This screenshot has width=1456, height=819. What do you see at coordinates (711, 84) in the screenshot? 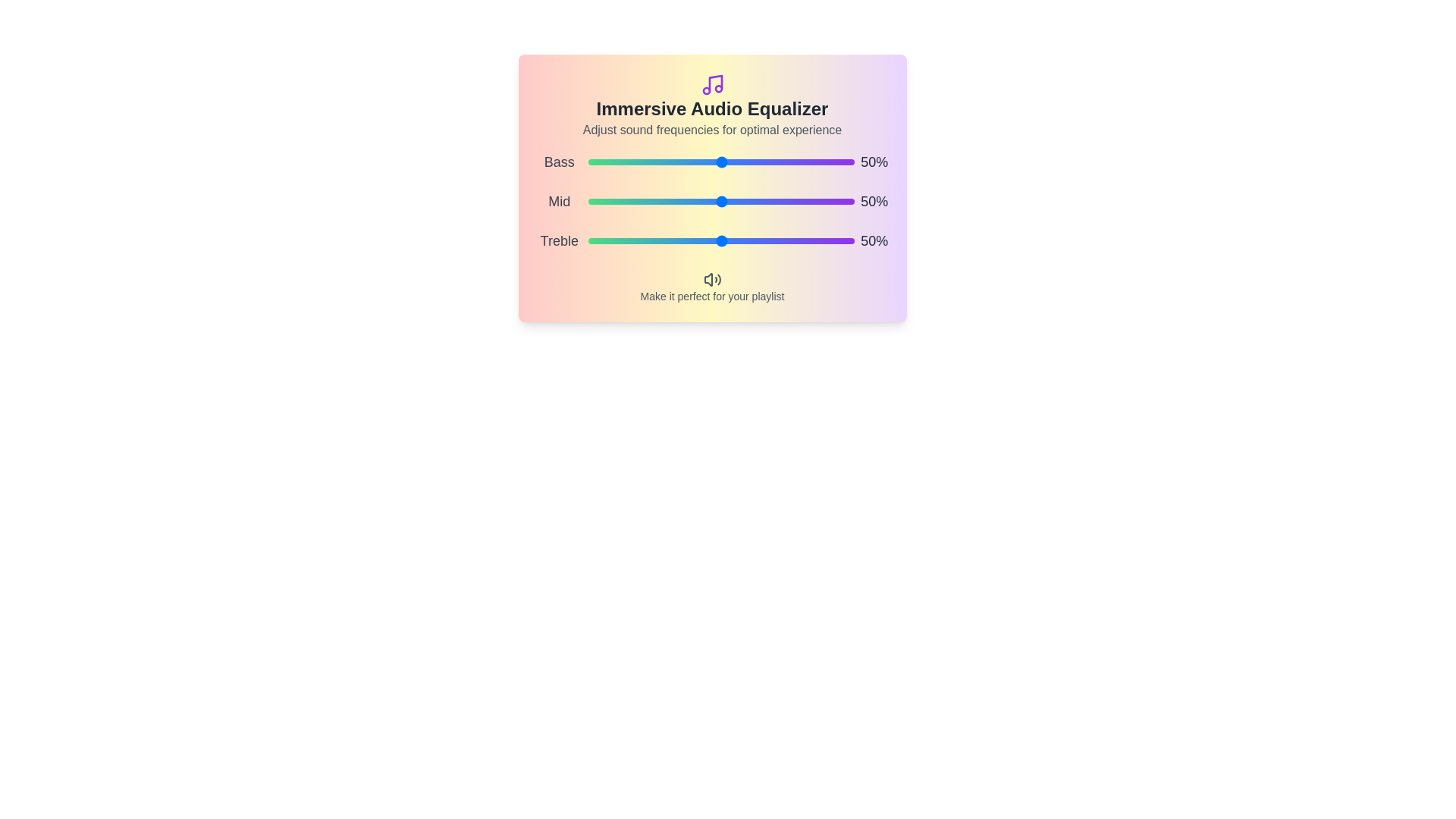
I see `the music icon to explore its functionality` at bounding box center [711, 84].